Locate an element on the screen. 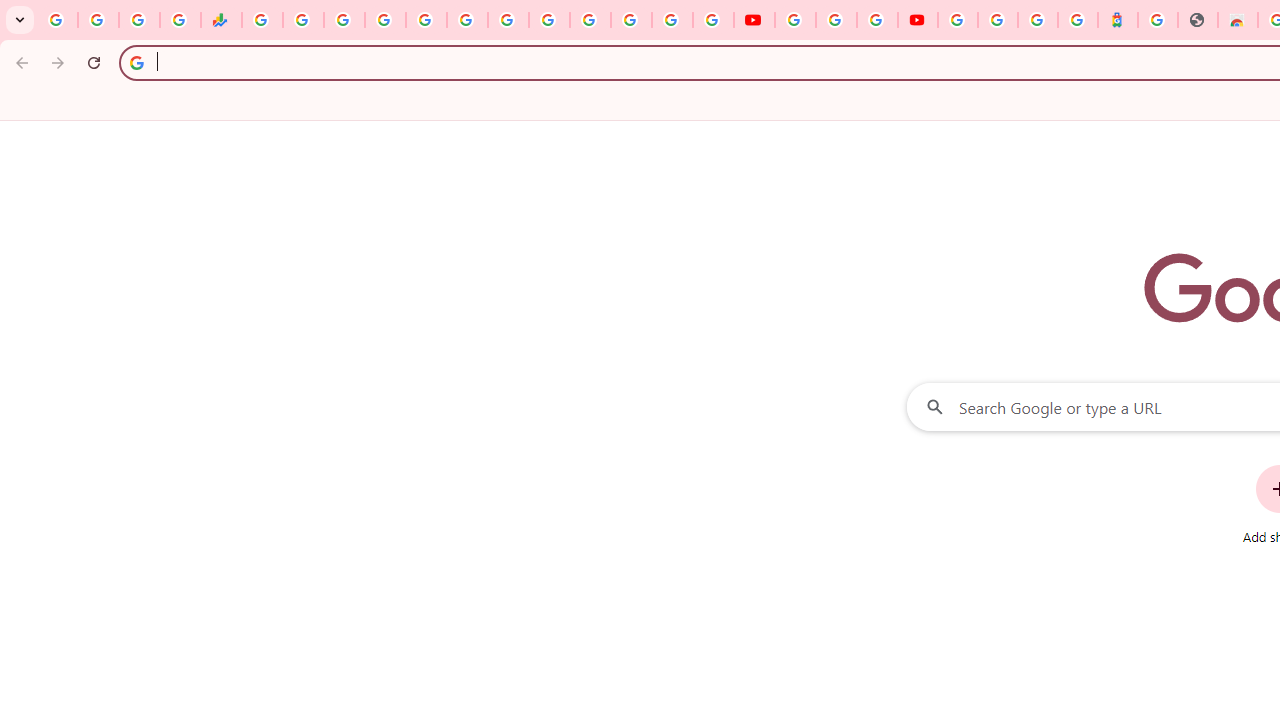 This screenshot has height=720, width=1280. 'Google Account Help' is located at coordinates (836, 20).